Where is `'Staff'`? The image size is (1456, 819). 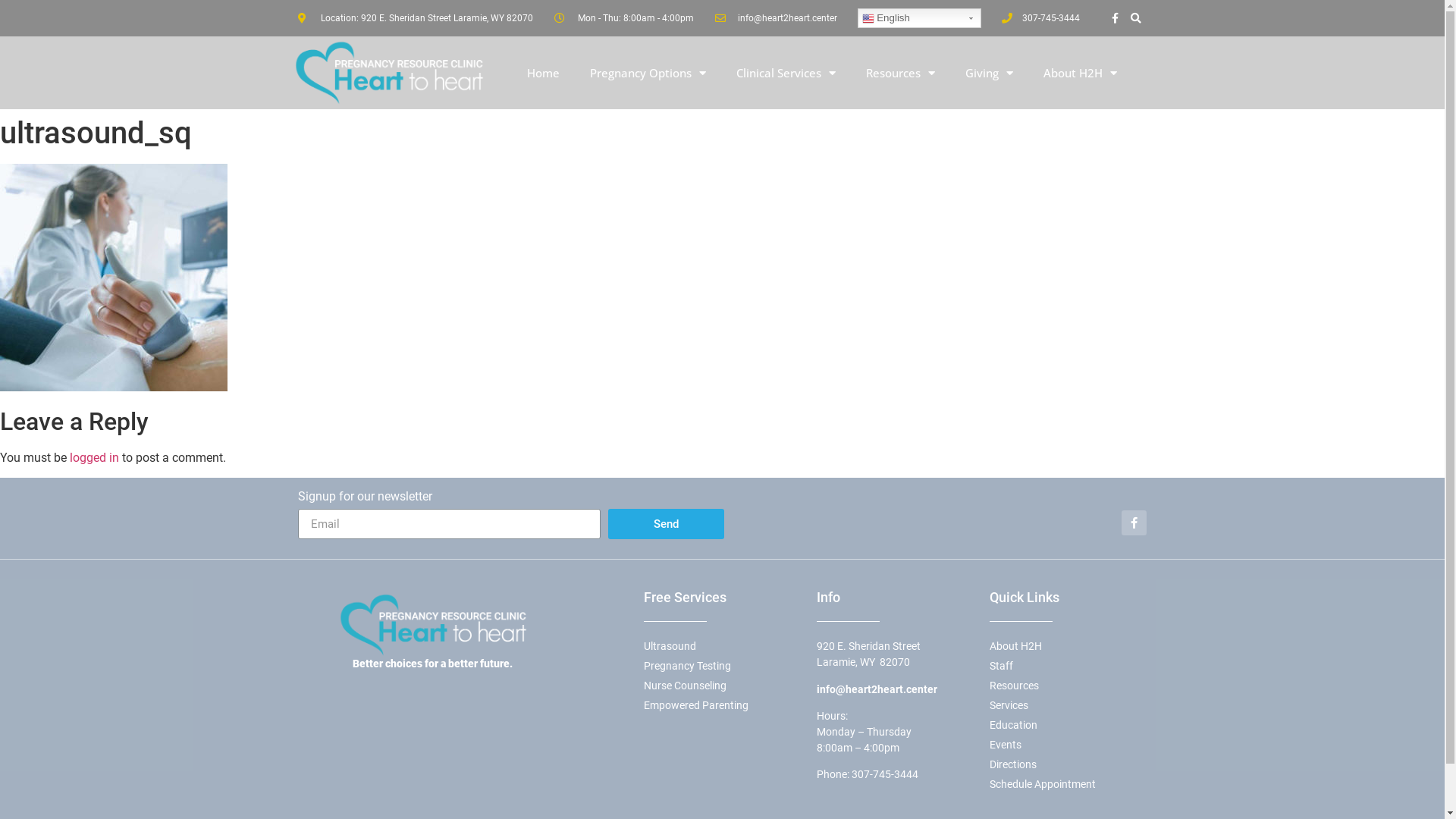
'Staff' is located at coordinates (1066, 665).